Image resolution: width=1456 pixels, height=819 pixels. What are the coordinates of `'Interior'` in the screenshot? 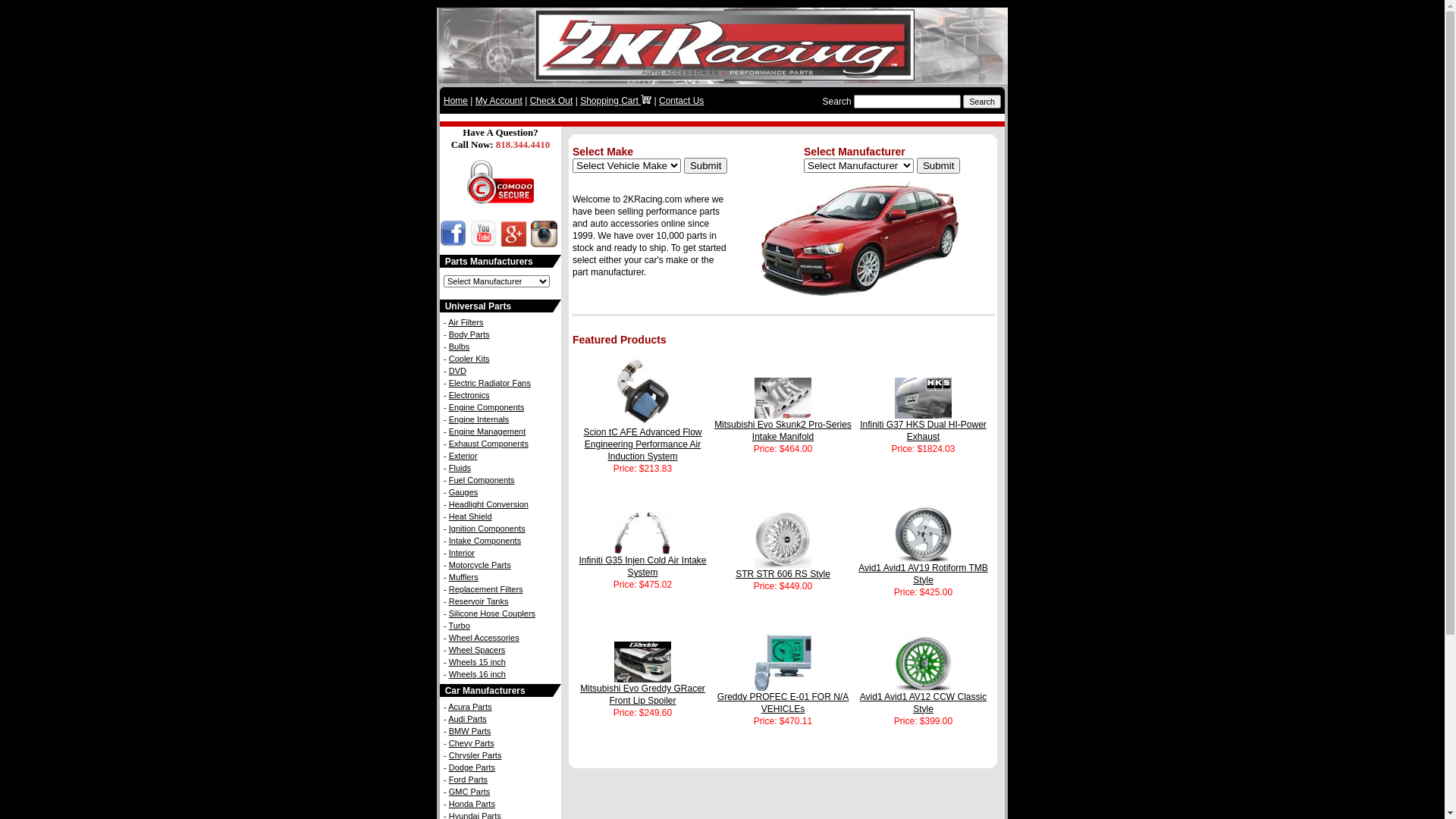 It's located at (461, 553).